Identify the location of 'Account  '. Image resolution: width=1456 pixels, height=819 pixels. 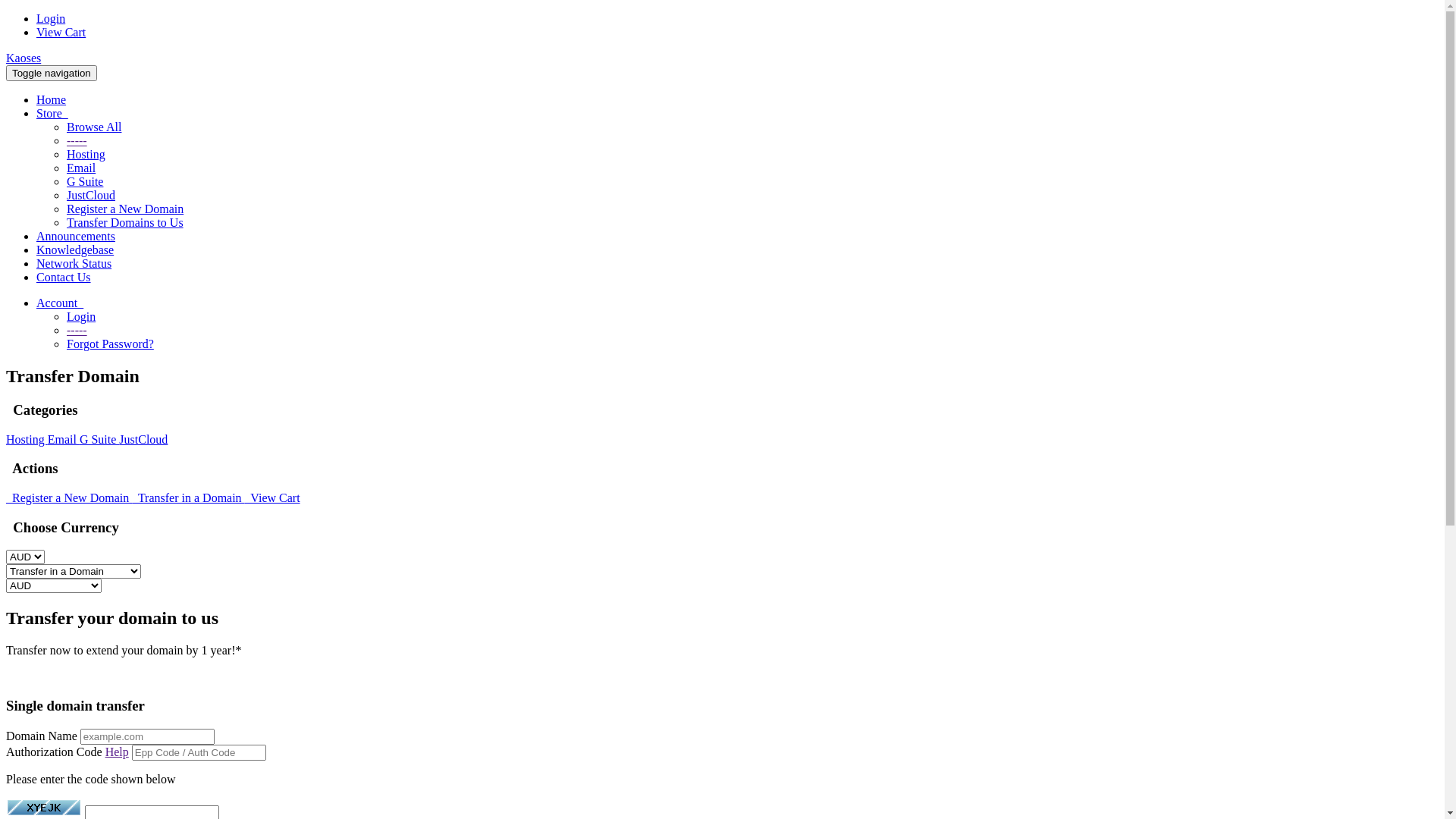
(59, 303).